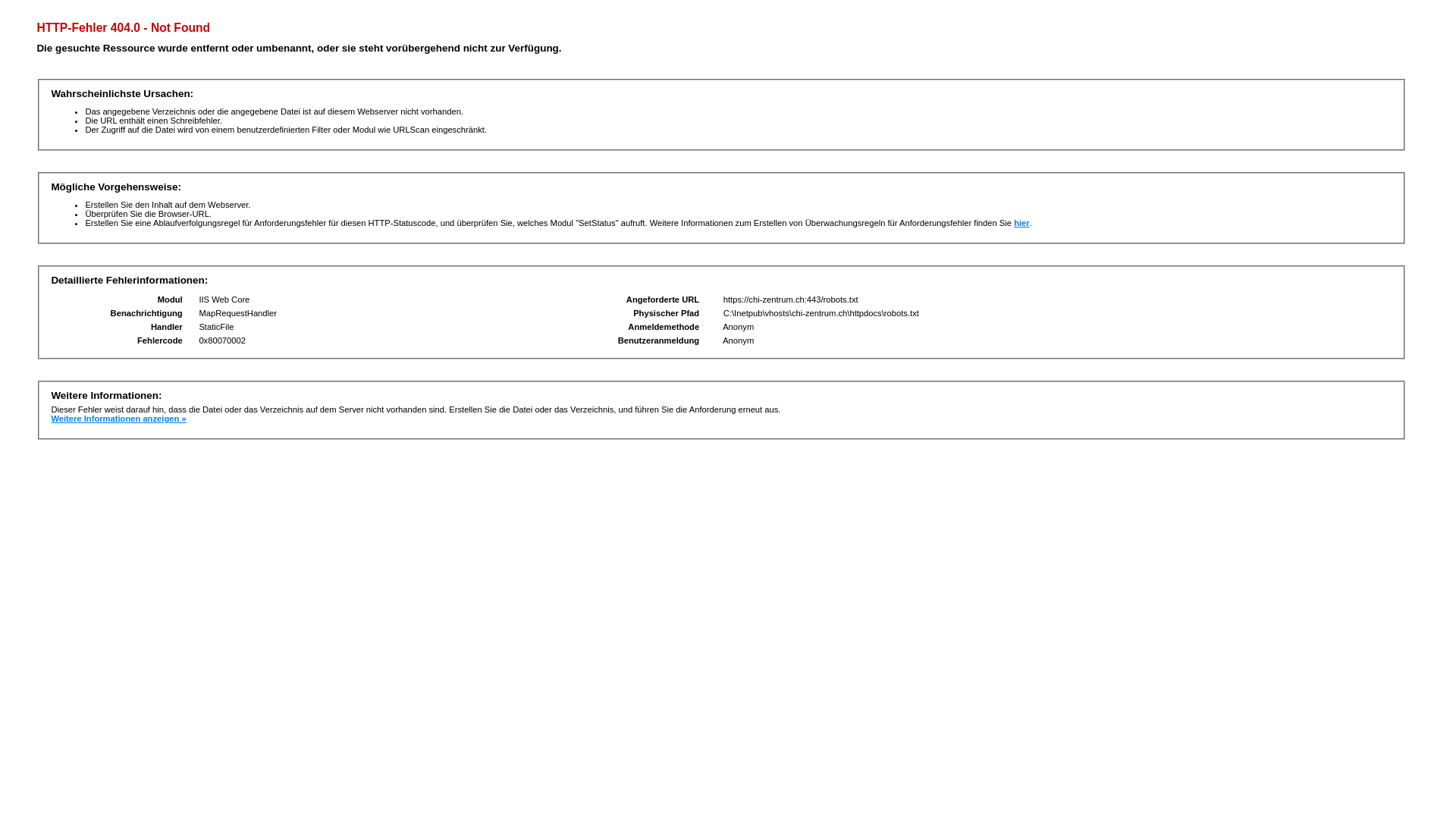 The width and height of the screenshot is (1456, 819). What do you see at coordinates (1021, 222) in the screenshot?
I see `'hier'` at bounding box center [1021, 222].